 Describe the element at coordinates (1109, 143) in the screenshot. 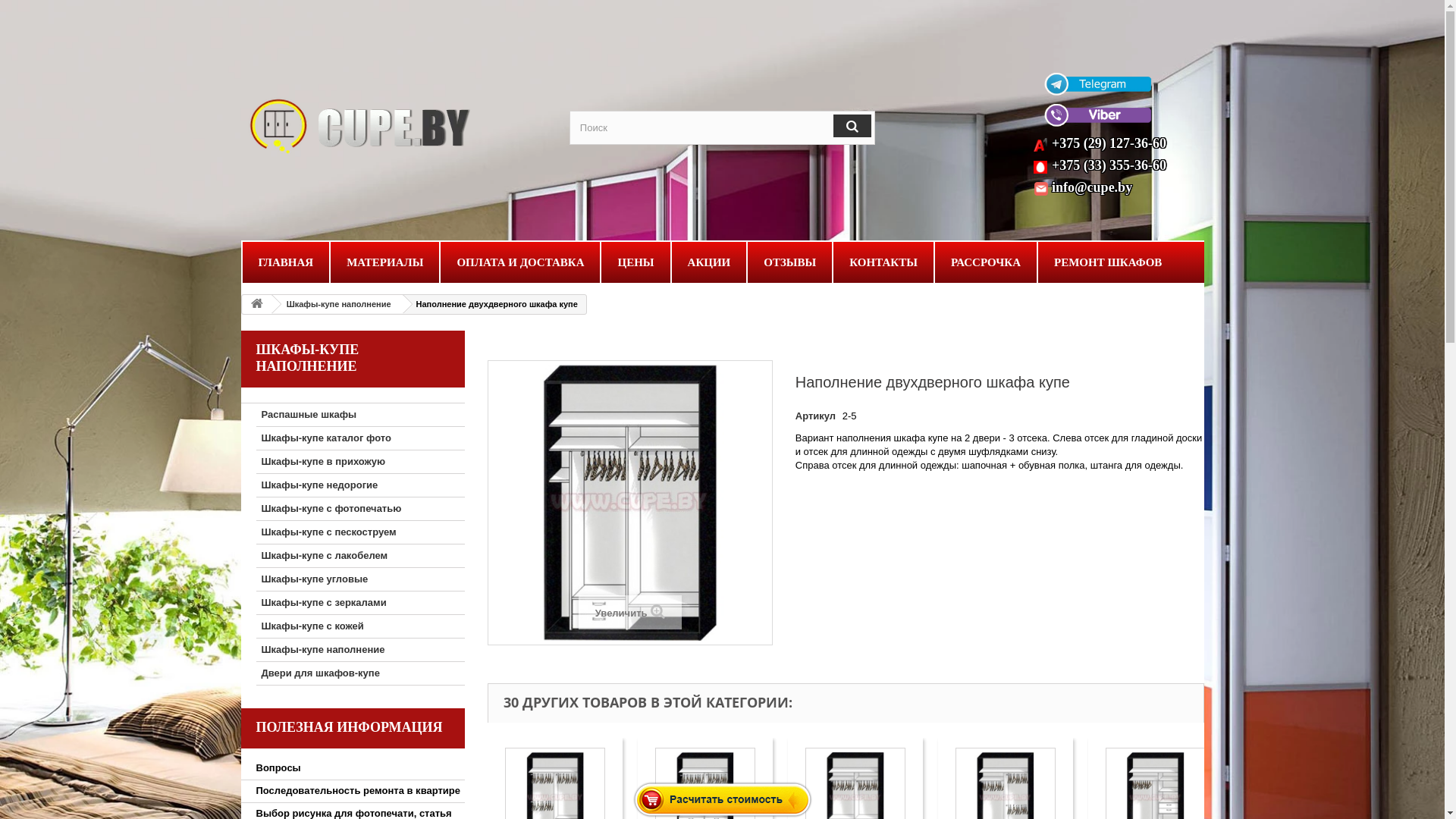

I see `'+375 (29) 127-36-60'` at that location.